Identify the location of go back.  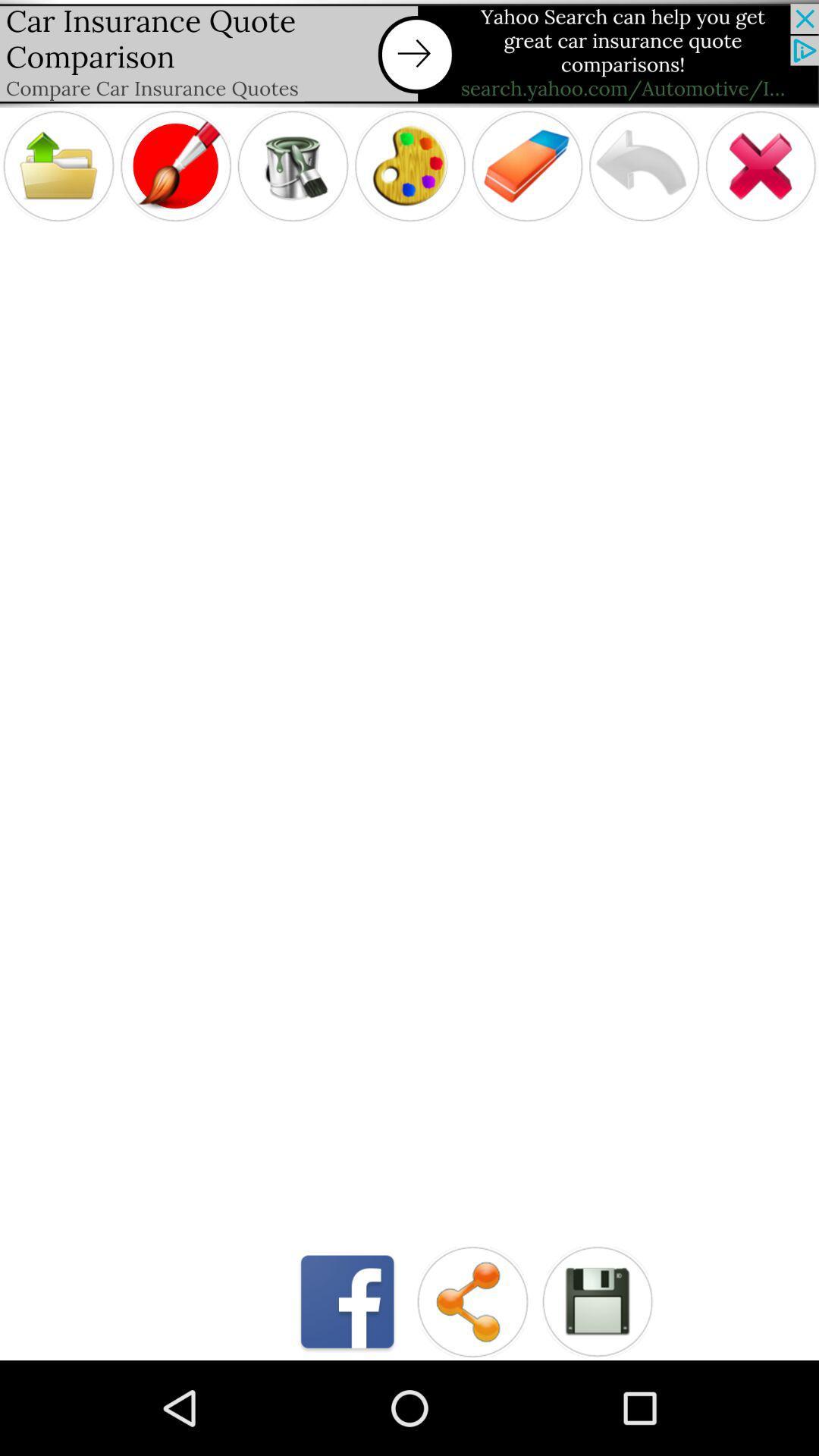
(644, 166).